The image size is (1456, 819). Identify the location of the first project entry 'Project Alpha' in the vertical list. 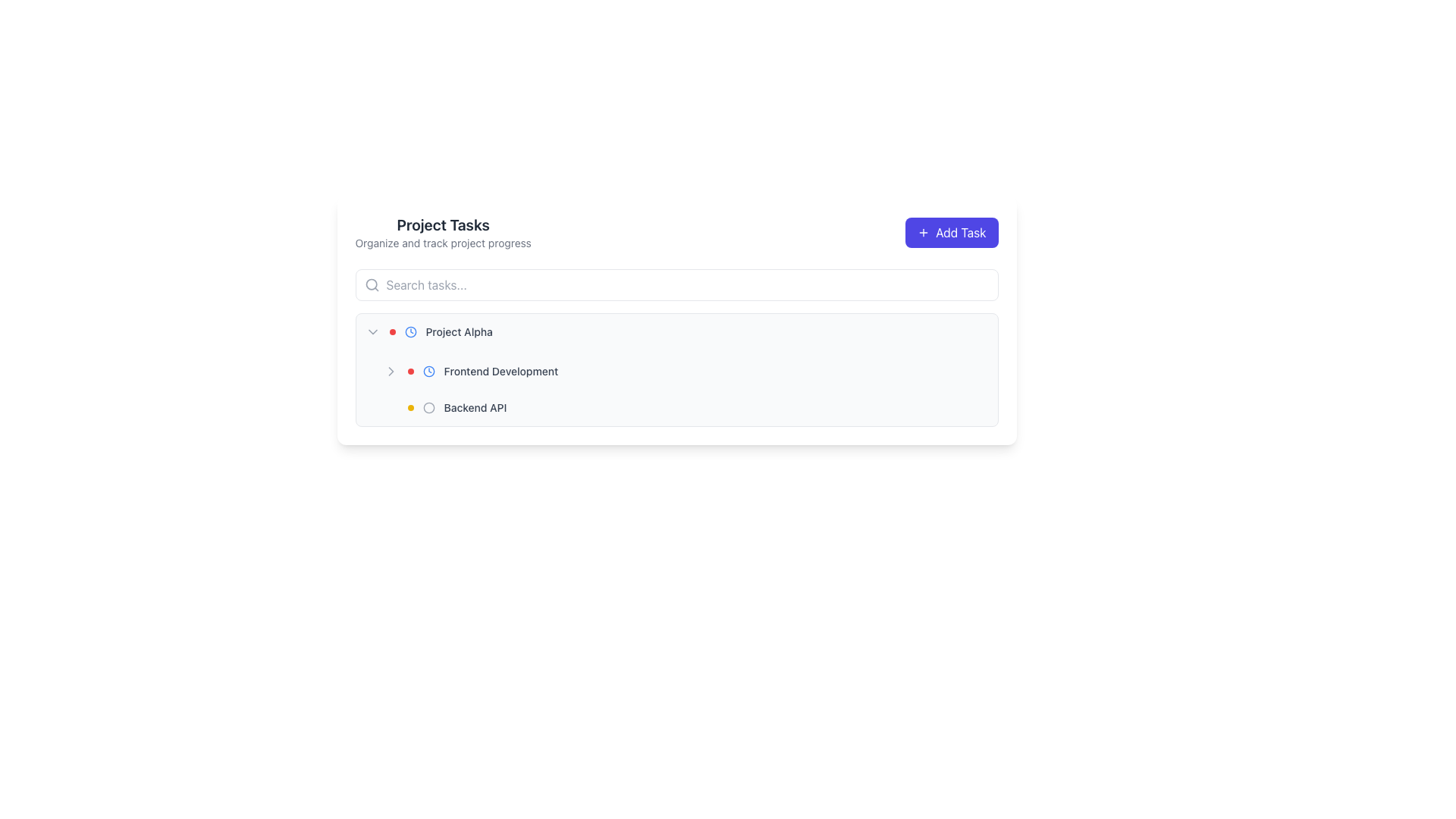
(667, 331).